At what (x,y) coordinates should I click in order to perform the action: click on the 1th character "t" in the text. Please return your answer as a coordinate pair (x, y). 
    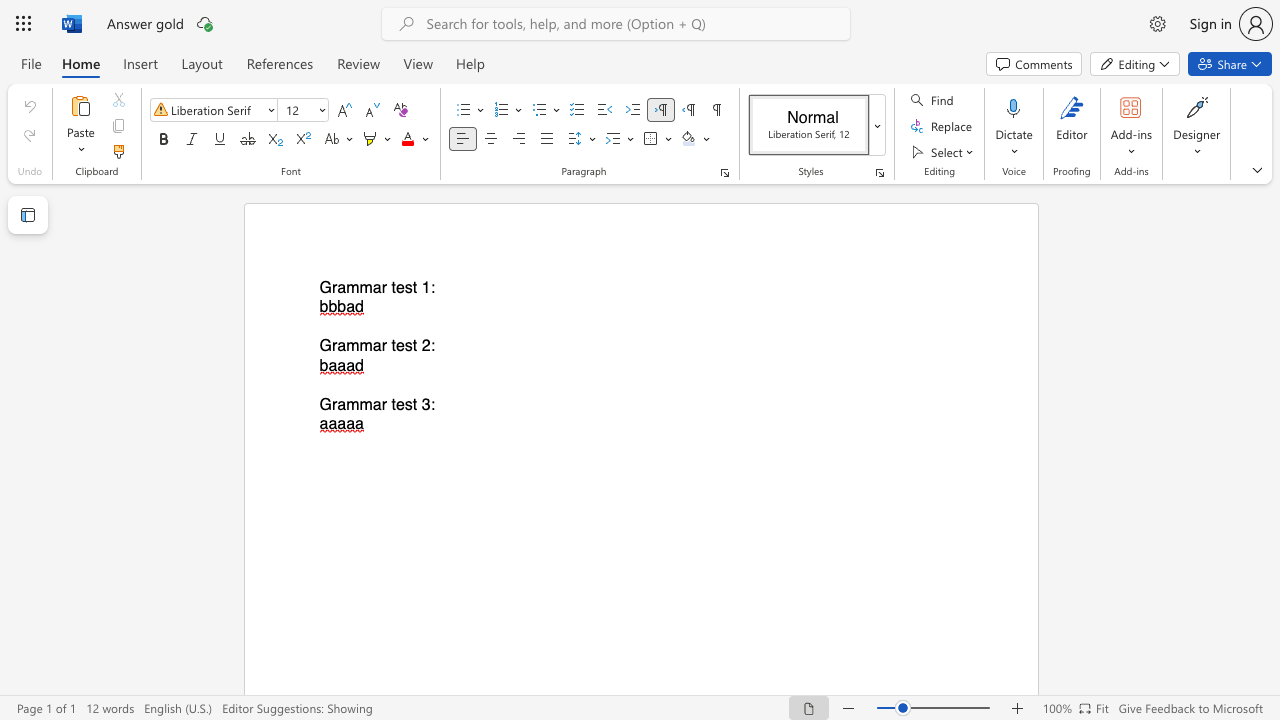
    Looking at the image, I should click on (393, 345).